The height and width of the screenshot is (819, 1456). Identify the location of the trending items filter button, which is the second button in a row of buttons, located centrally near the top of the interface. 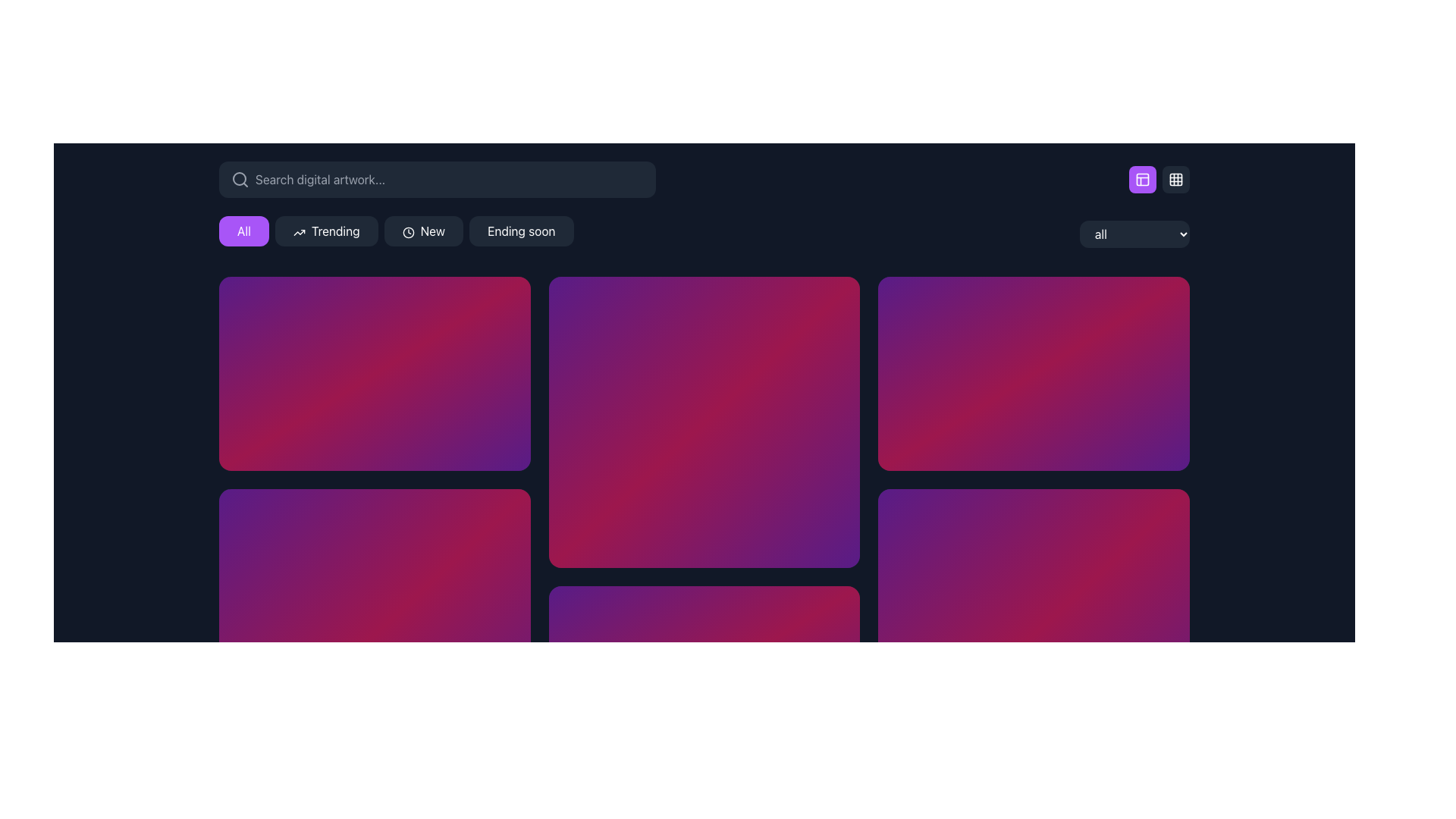
(325, 231).